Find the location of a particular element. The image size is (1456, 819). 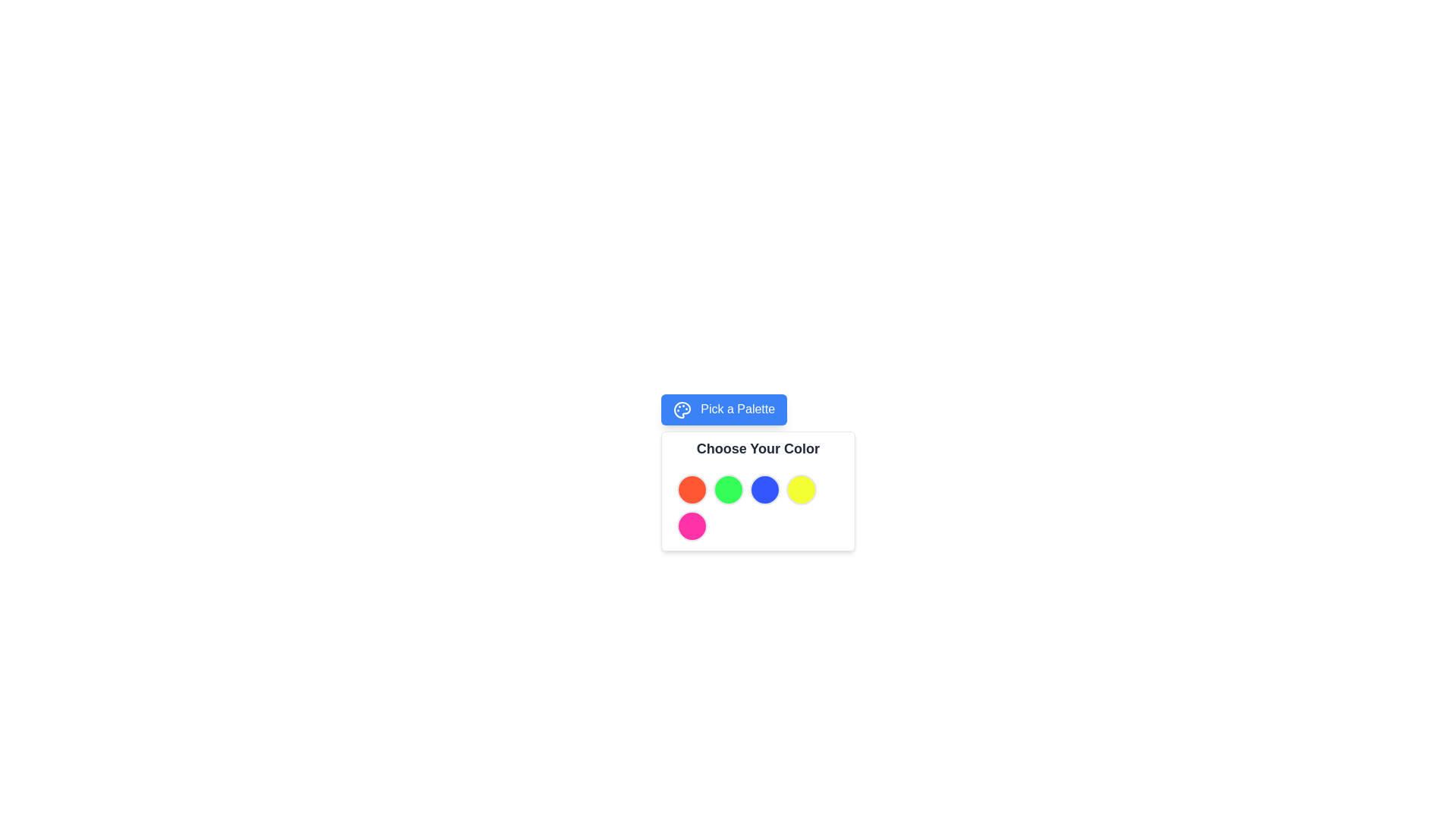

the small graphical icon resembling a palette with a blue background, located inside the 'Pick a Palette' button near the center-top of the interface is located at coordinates (681, 409).